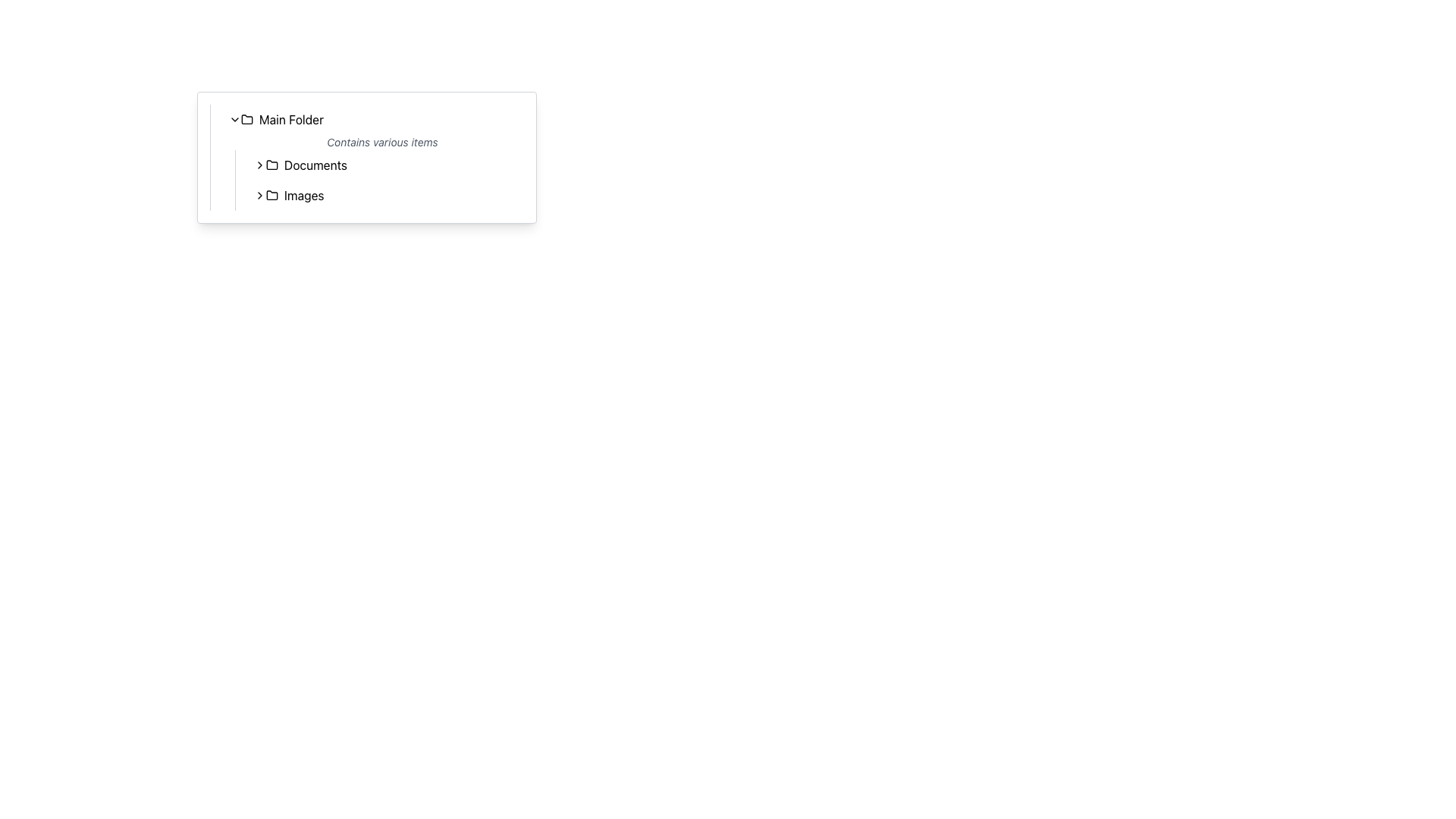 The height and width of the screenshot is (819, 1456). Describe the element at coordinates (272, 194) in the screenshot. I see `the graphical representation of the SVG Folder Icon for the 'Images' folder in the tree structure` at that location.